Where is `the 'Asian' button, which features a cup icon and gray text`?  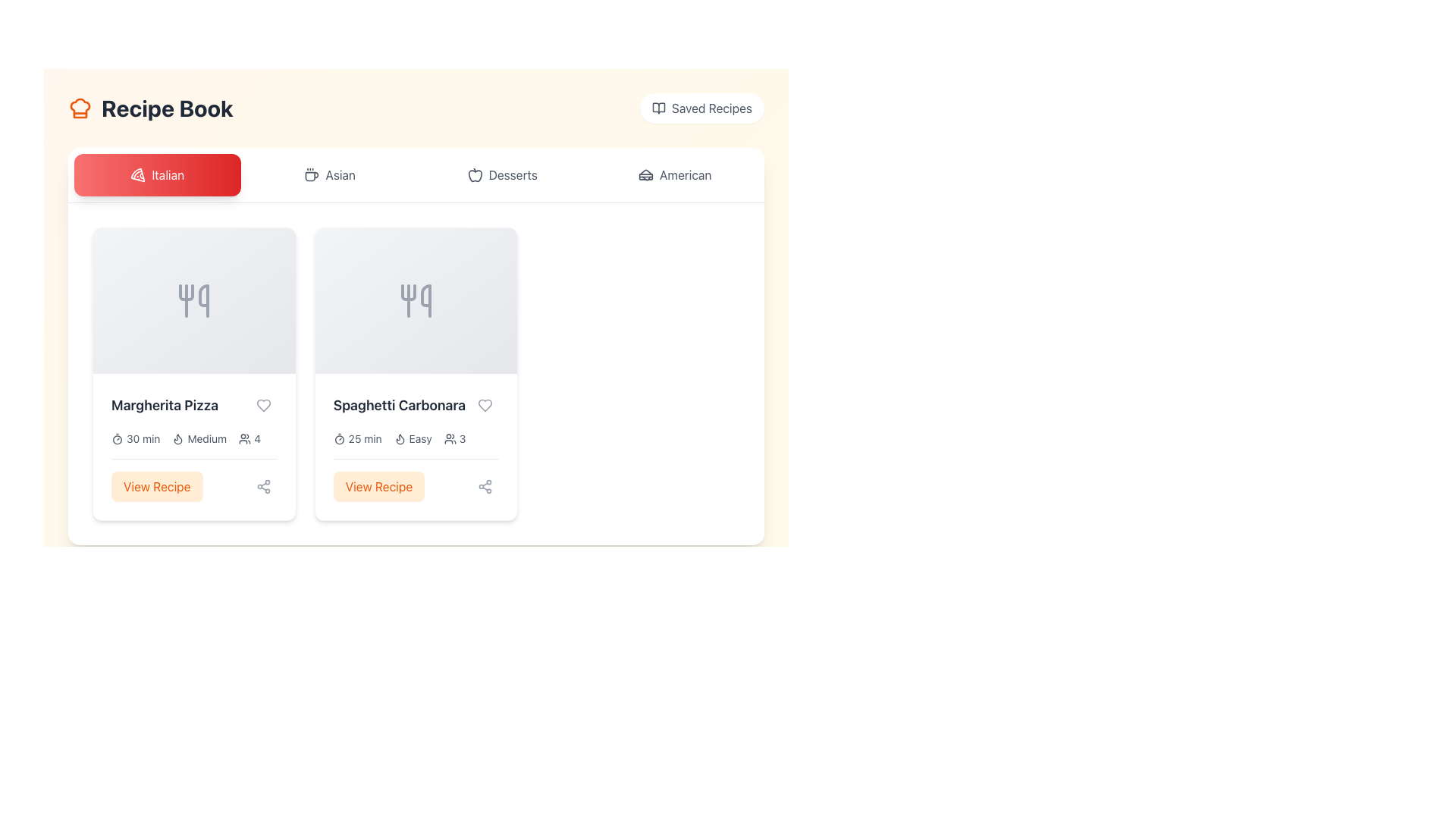
the 'Asian' button, which features a cup icon and gray text is located at coordinates (329, 174).